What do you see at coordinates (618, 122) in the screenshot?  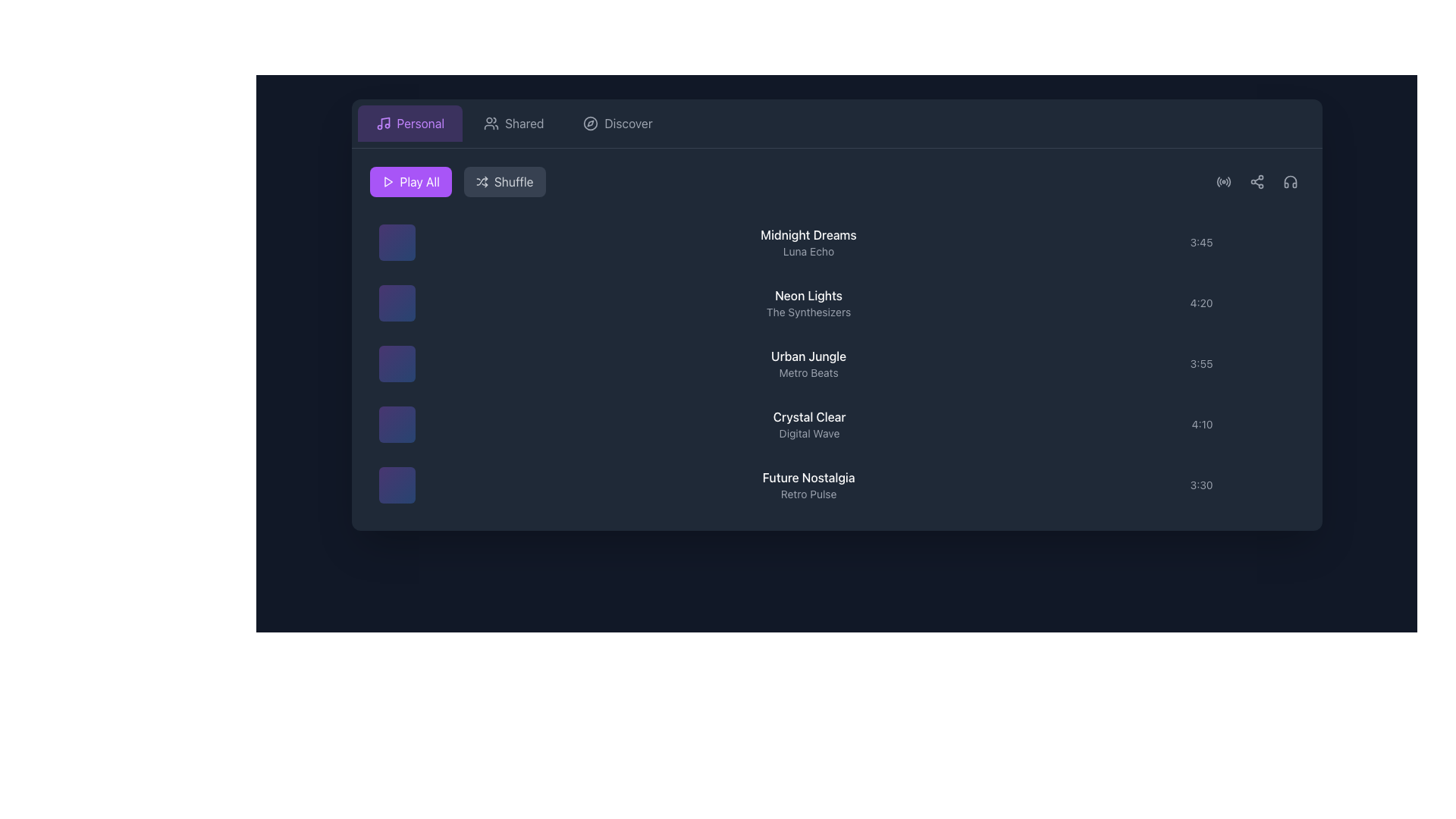 I see `the third button in the navigation row to switch the view to the 'Discover' section of the application` at bounding box center [618, 122].